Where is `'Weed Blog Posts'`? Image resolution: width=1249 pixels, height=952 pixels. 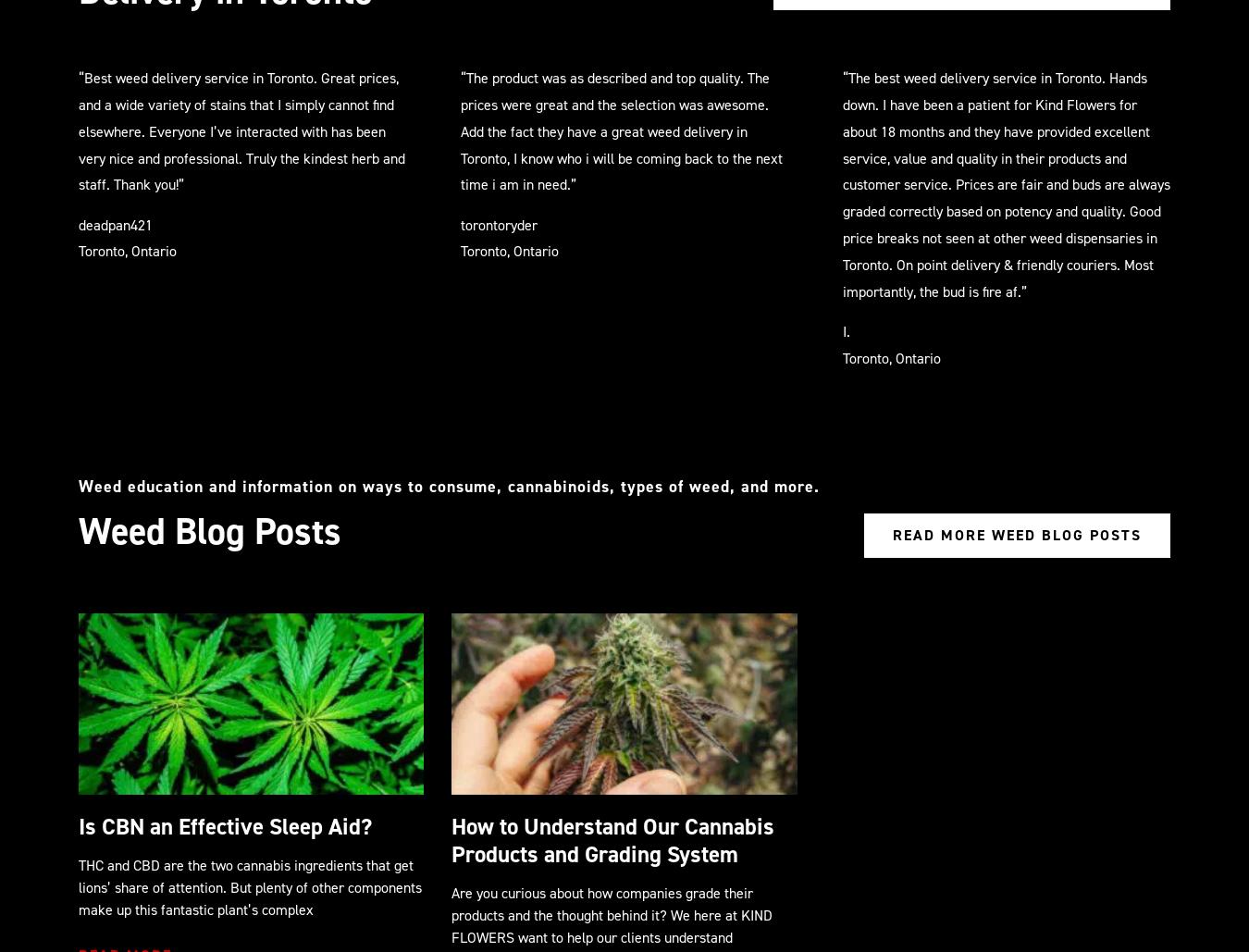
'Weed Blog Posts' is located at coordinates (78, 529).